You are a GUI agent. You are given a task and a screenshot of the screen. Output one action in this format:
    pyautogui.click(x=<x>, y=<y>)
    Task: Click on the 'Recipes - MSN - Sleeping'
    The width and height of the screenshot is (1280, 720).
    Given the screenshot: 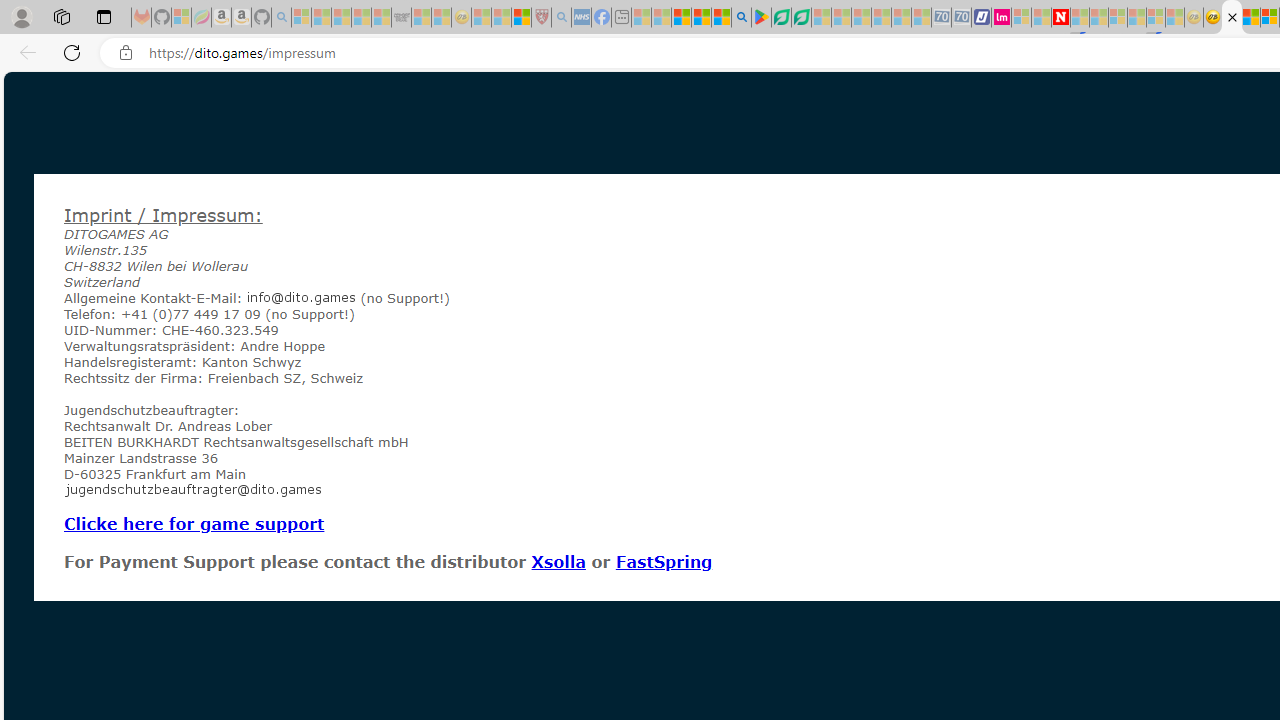 What is the action you would take?
    pyautogui.click(x=481, y=17)
    